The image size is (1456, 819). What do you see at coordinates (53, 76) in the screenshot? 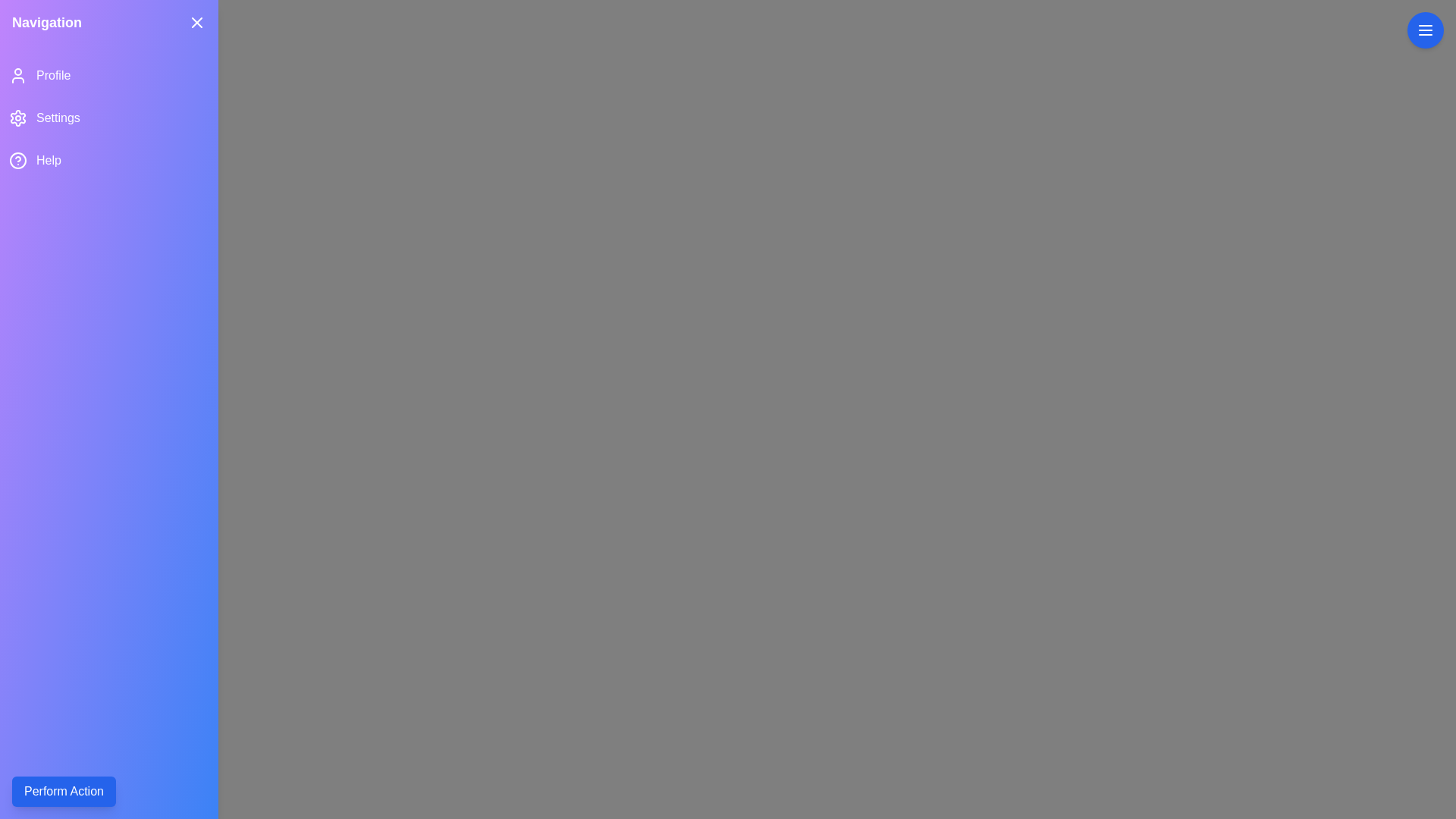
I see `the 'Profile' text label or hyperlink to trigger a tooltip or highlight effect` at bounding box center [53, 76].